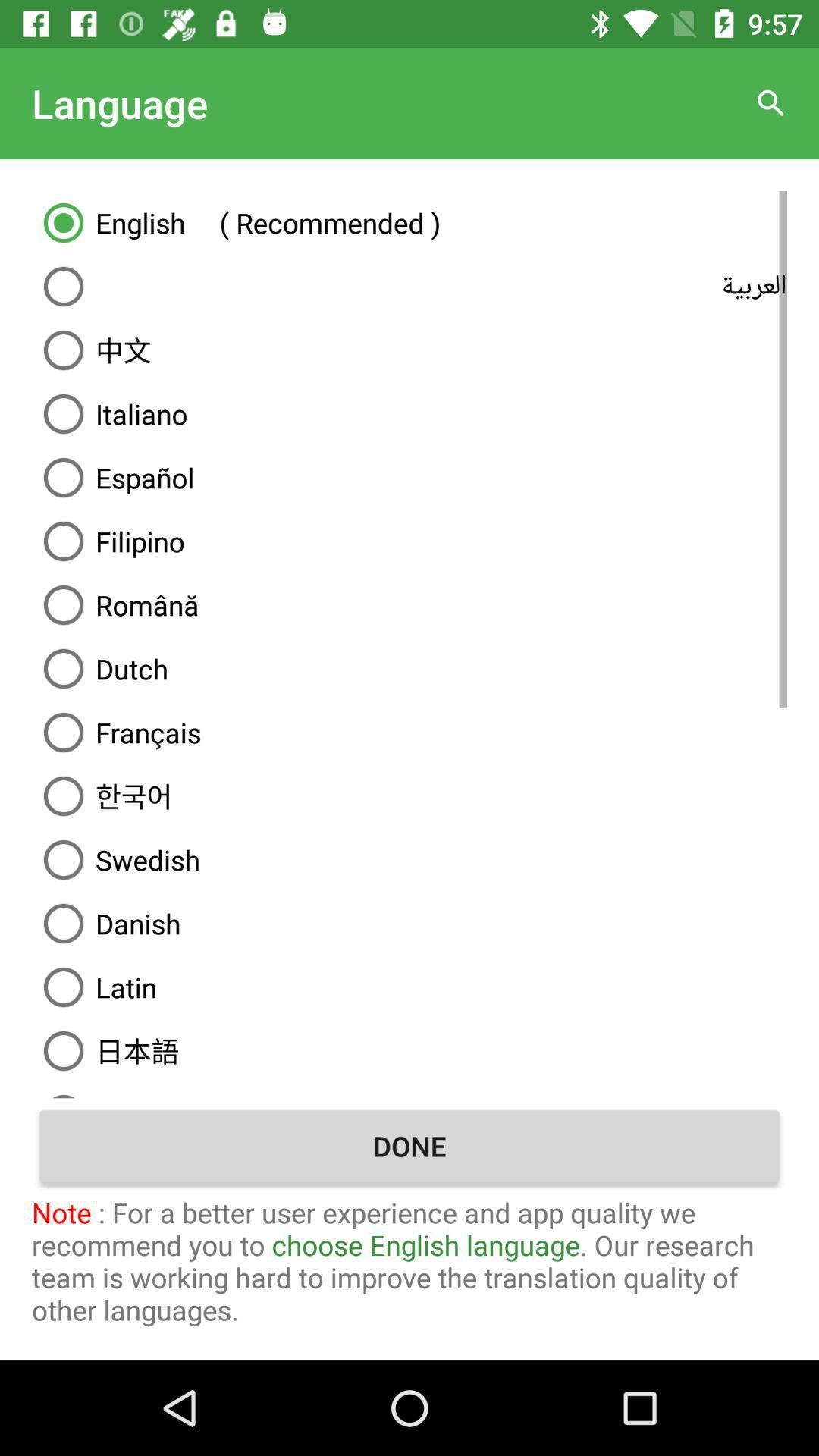 The height and width of the screenshot is (1456, 819). What do you see at coordinates (409, 287) in the screenshot?
I see `the icon below english     ( recommended ) item` at bounding box center [409, 287].